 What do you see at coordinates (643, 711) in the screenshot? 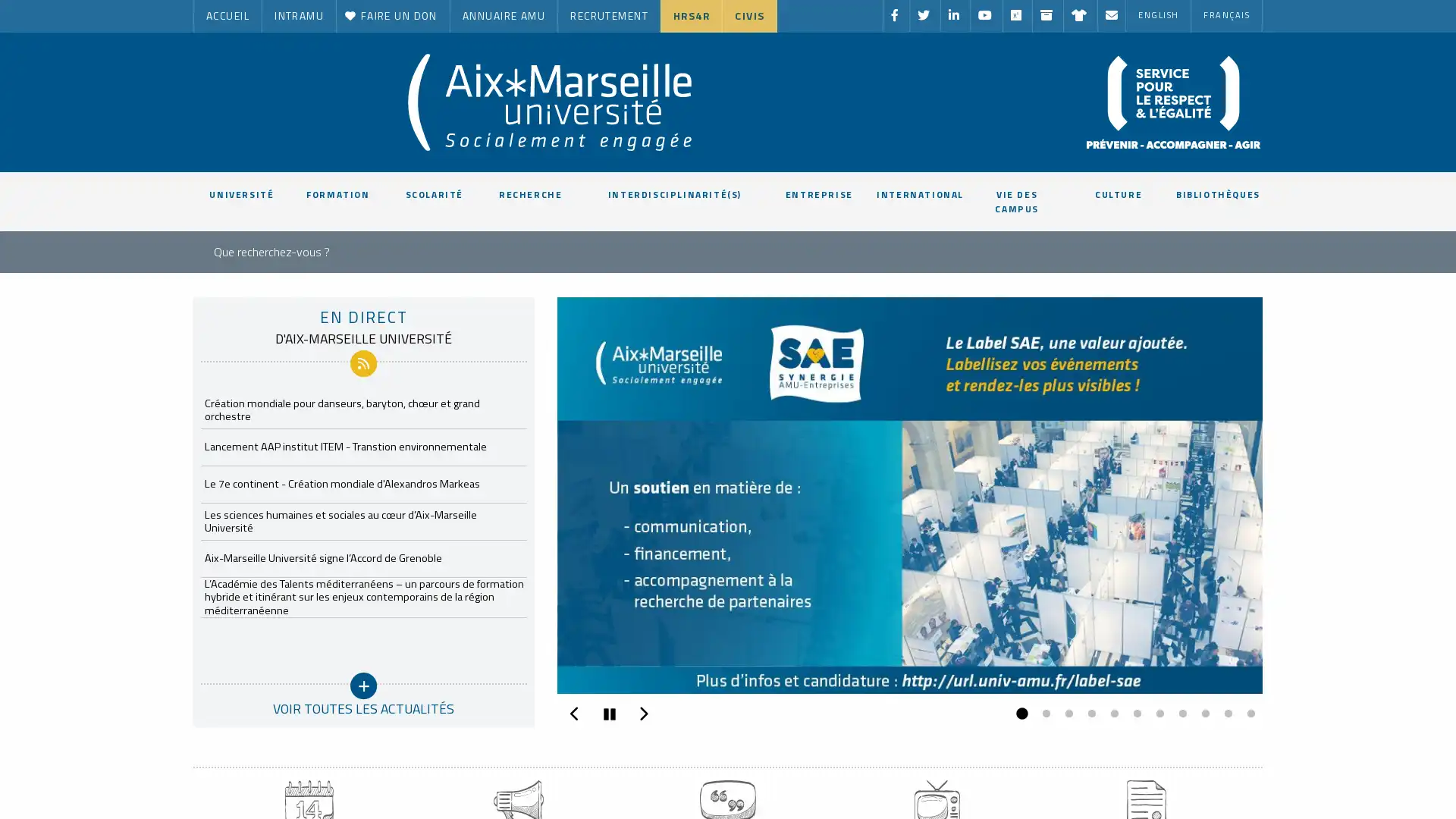
I see `Next` at bounding box center [643, 711].